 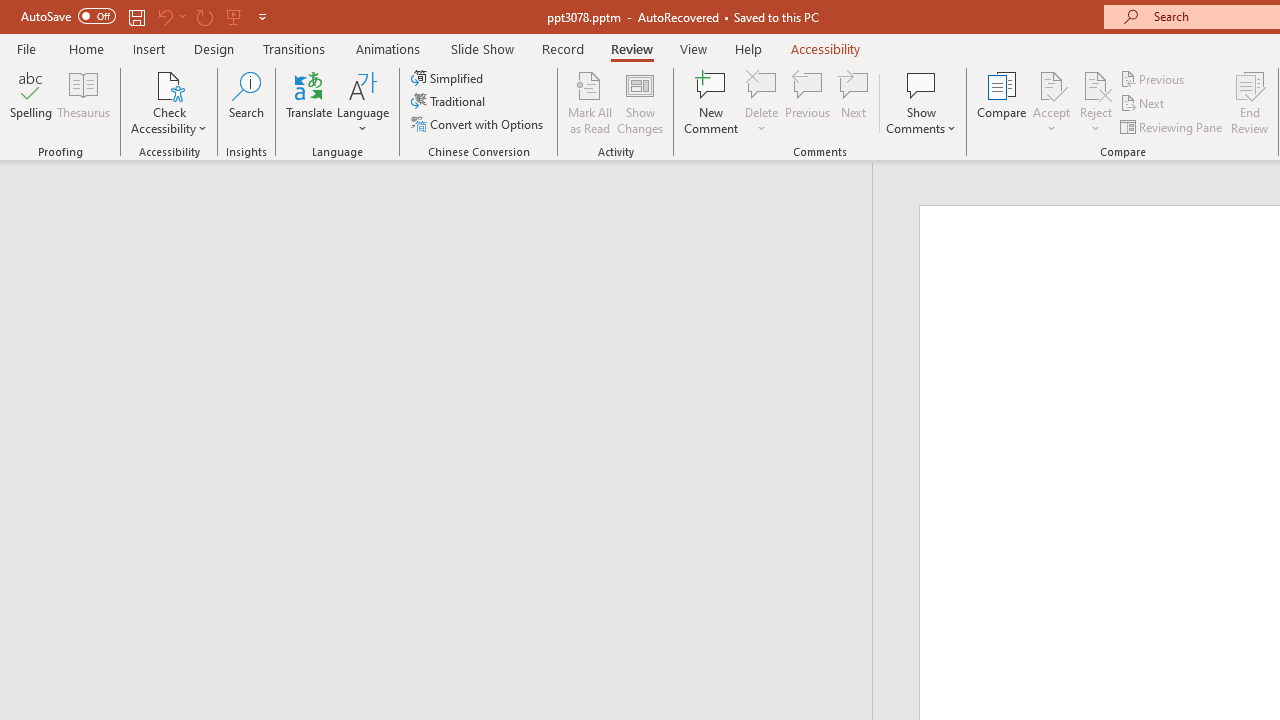 What do you see at coordinates (640, 103) in the screenshot?
I see `'Show Changes'` at bounding box center [640, 103].